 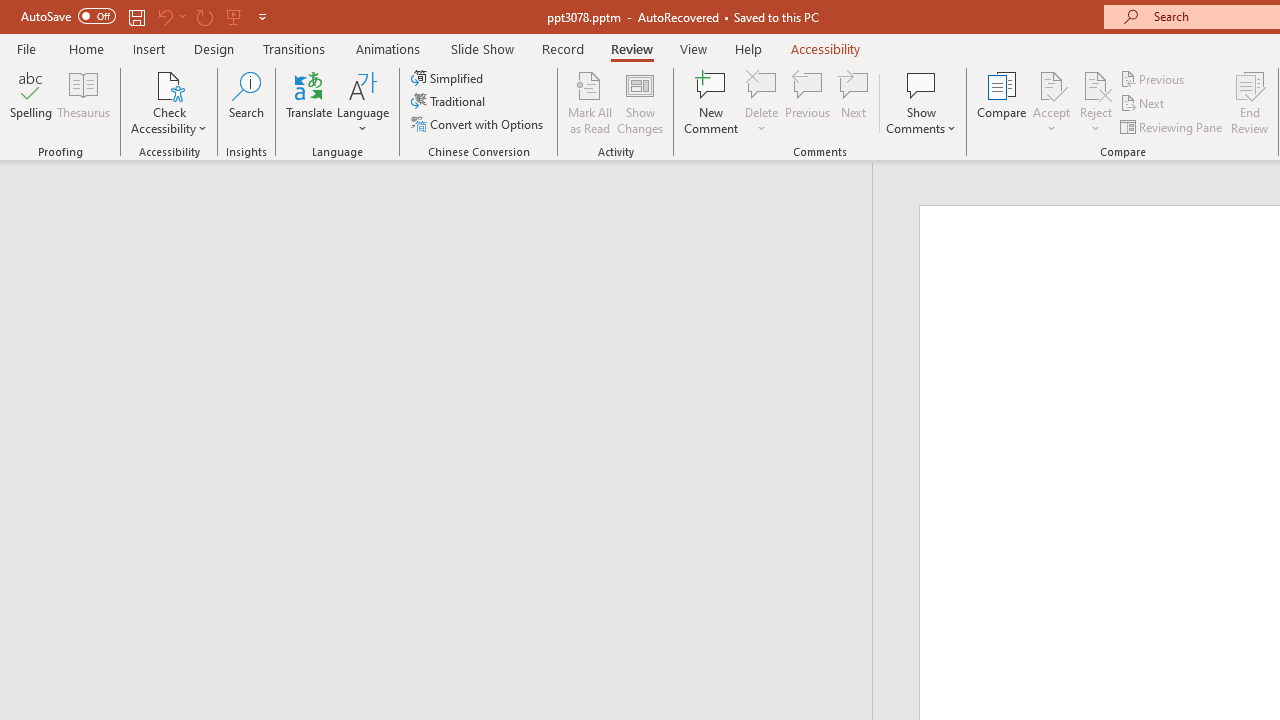 What do you see at coordinates (640, 103) in the screenshot?
I see `'Show Changes'` at bounding box center [640, 103].